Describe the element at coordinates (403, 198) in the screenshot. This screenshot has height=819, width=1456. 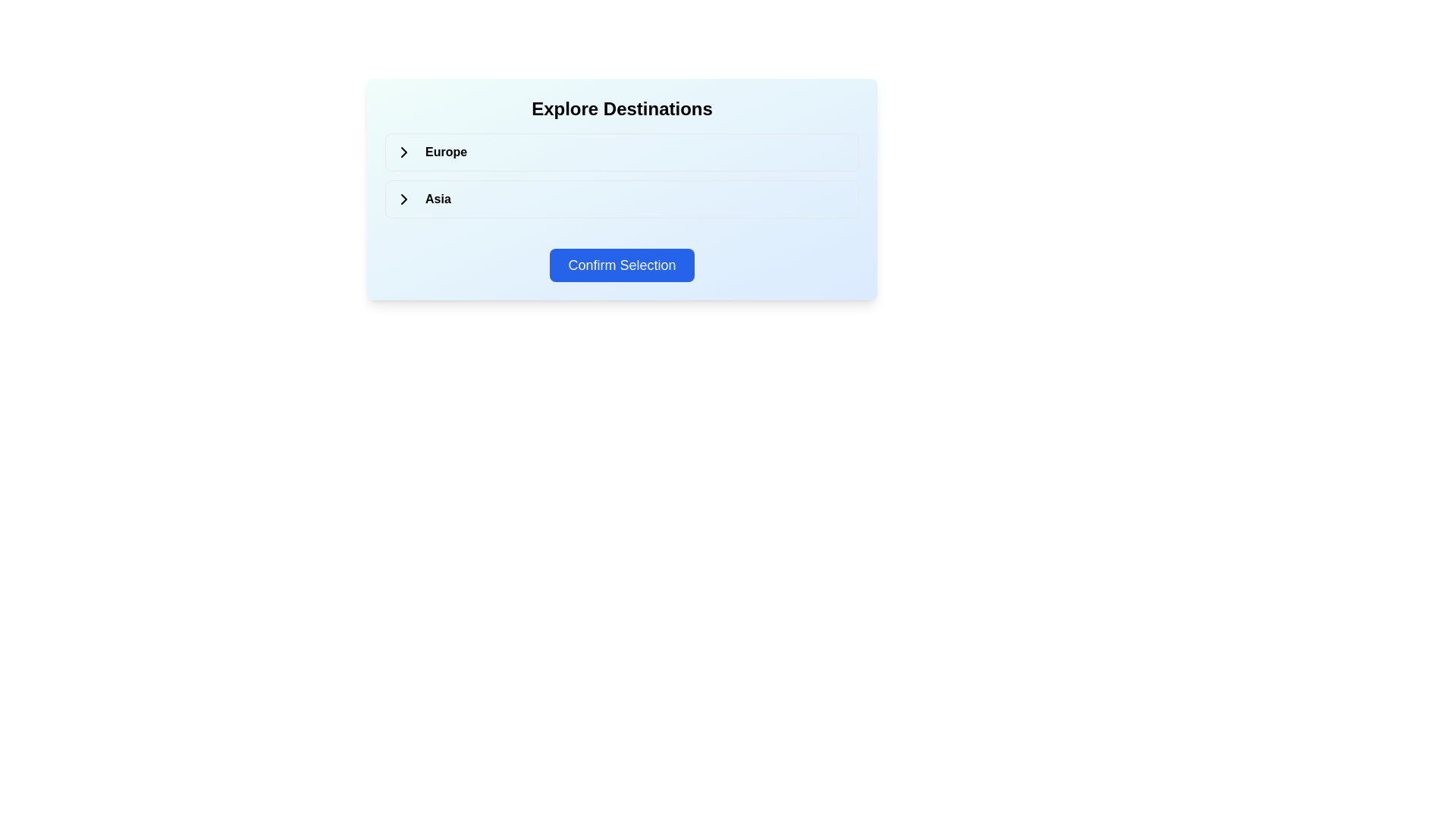
I see `the right-facing chevron icon located on the extreme left side of the 'Asia' entry in the 'Explore Destinations' list` at that location.